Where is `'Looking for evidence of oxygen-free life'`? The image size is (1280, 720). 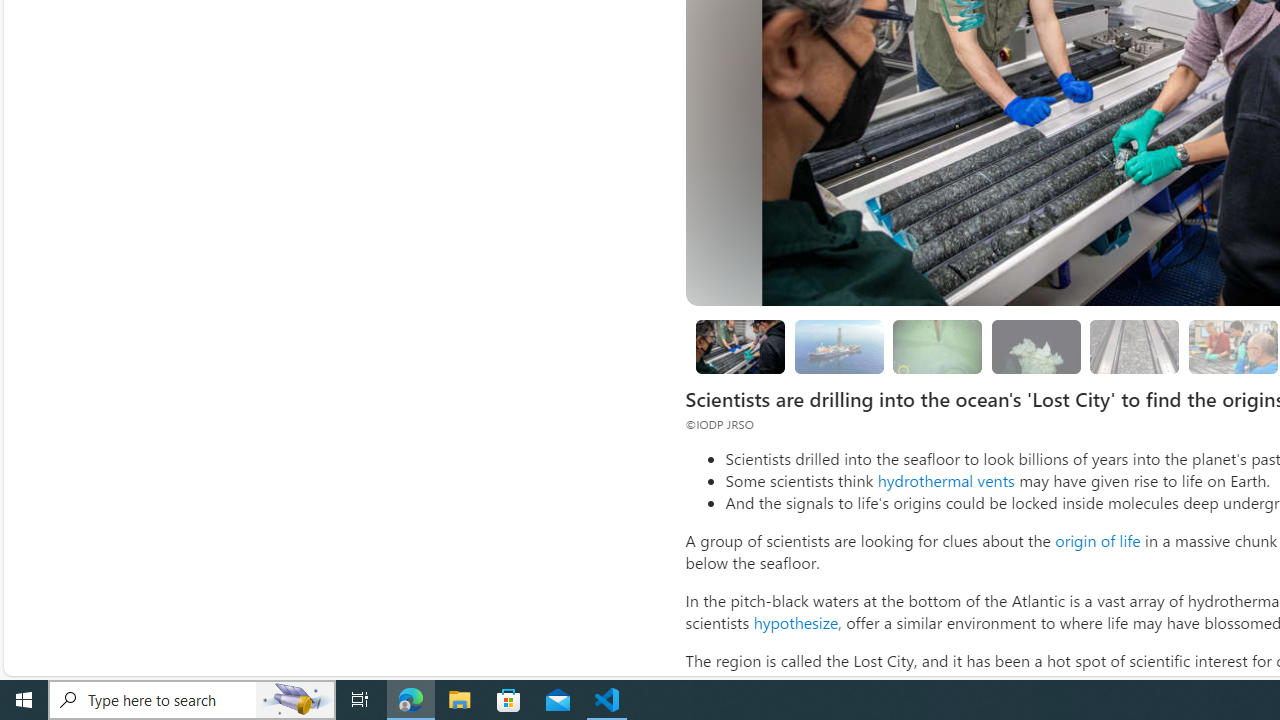 'Looking for evidence of oxygen-free life' is located at coordinates (1231, 345).